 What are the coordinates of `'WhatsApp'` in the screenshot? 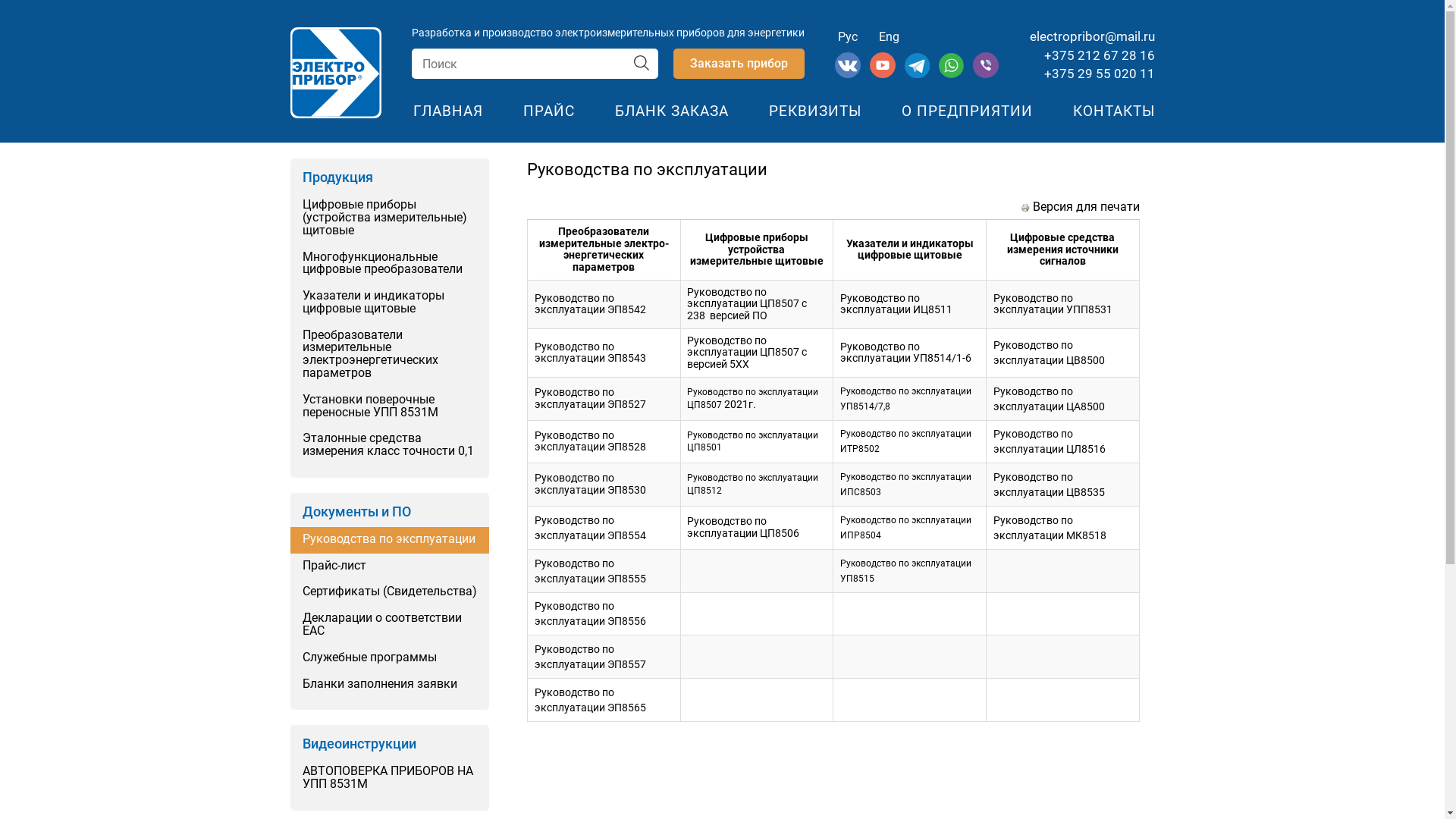 It's located at (952, 74).